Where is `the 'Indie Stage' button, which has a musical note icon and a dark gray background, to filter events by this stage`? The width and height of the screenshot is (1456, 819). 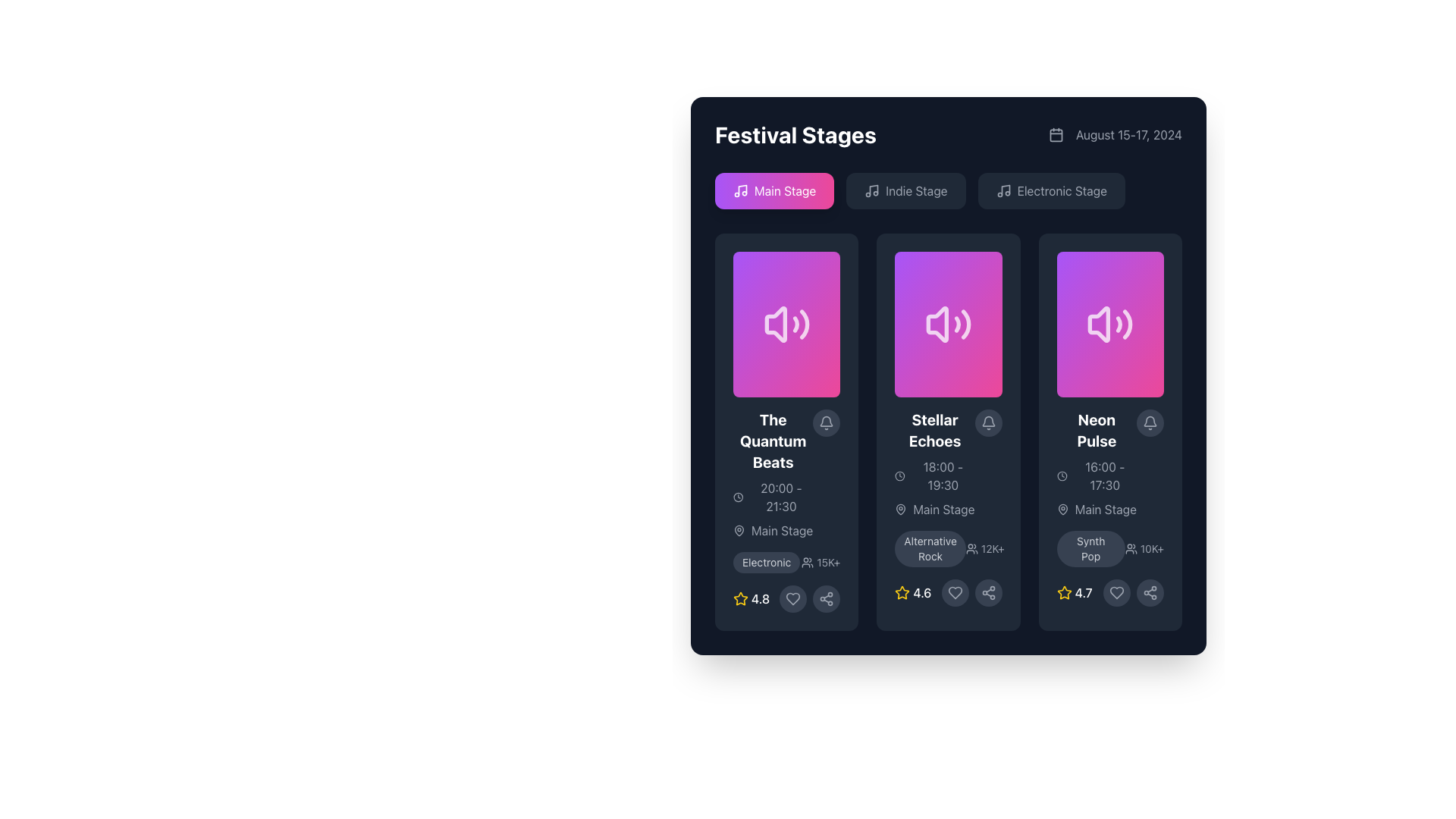 the 'Indie Stage' button, which has a musical note icon and a dark gray background, to filter events by this stage is located at coordinates (905, 190).